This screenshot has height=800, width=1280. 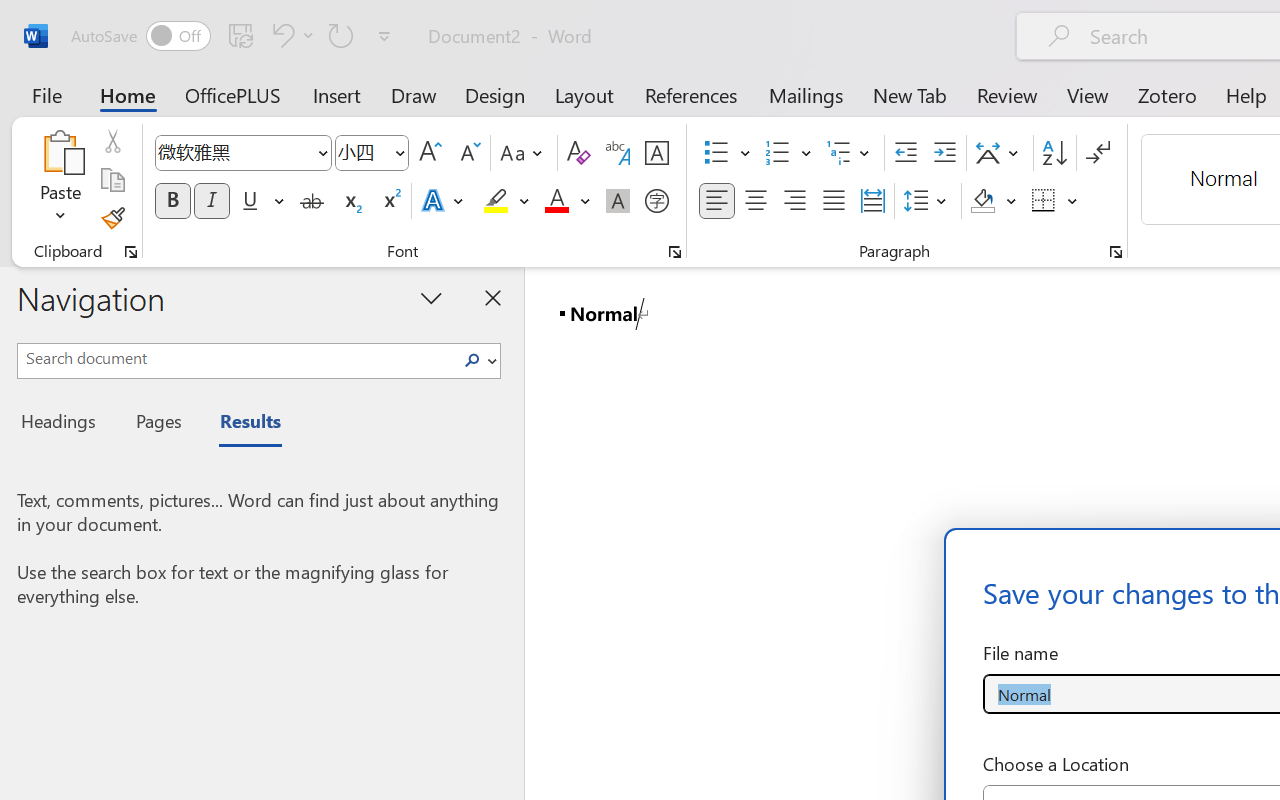 I want to click on 'Underline', so click(x=260, y=201).